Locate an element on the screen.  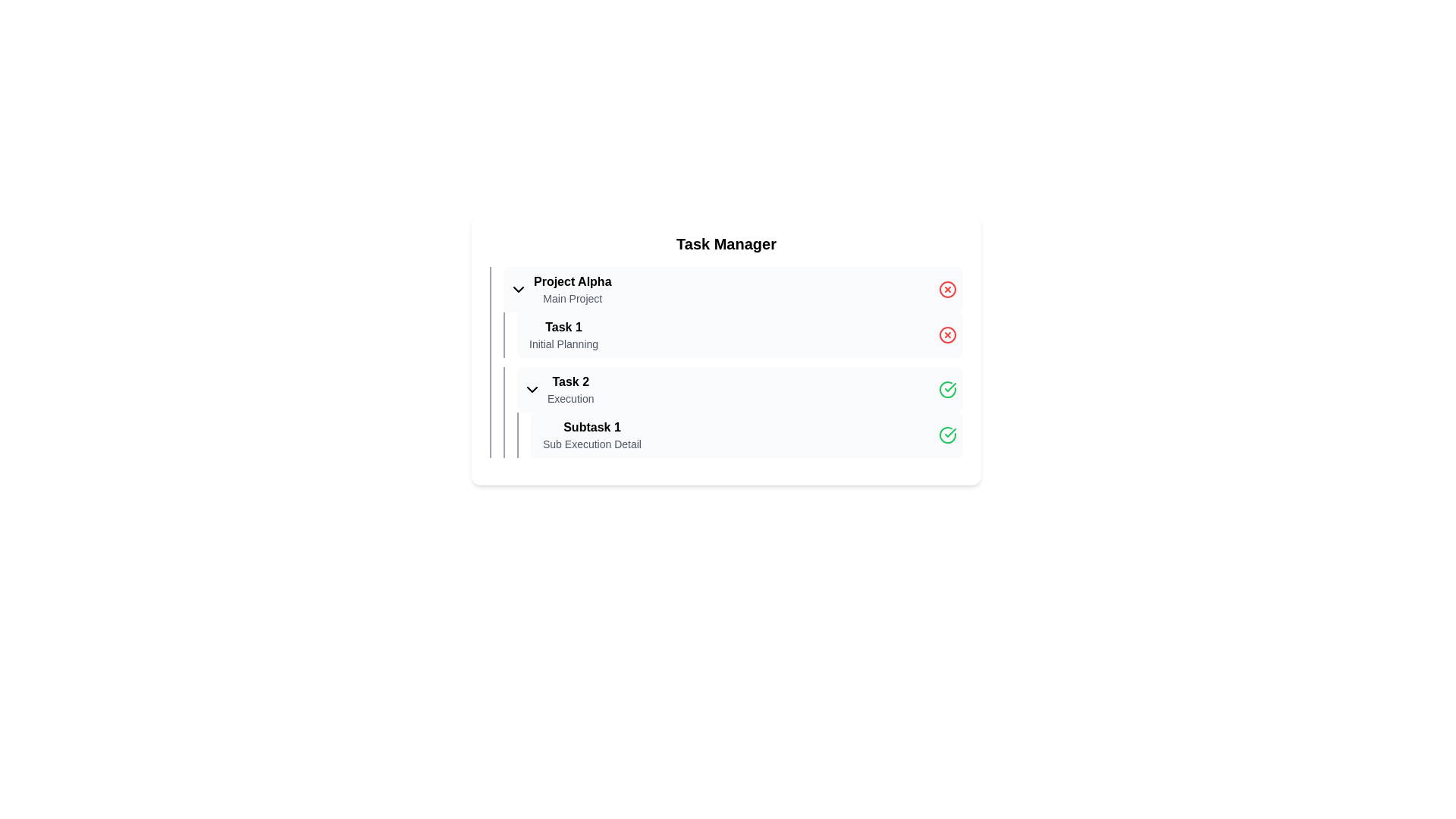
the 'Task 1' list item element, which features a bolded title and a red circular icon for deletion, located under the 'Project Alpha' section is located at coordinates (733, 334).